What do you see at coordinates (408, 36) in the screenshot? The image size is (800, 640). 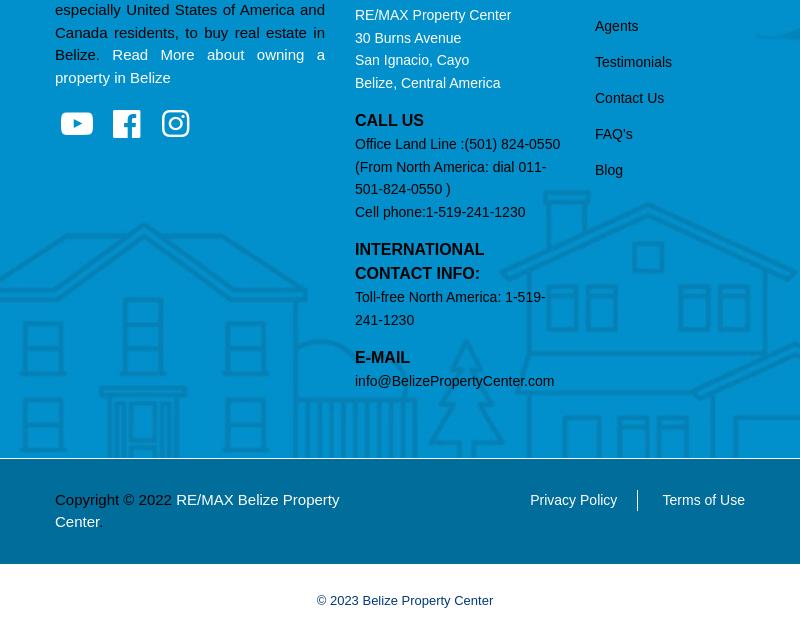 I see `'30 Burns Avenue'` at bounding box center [408, 36].